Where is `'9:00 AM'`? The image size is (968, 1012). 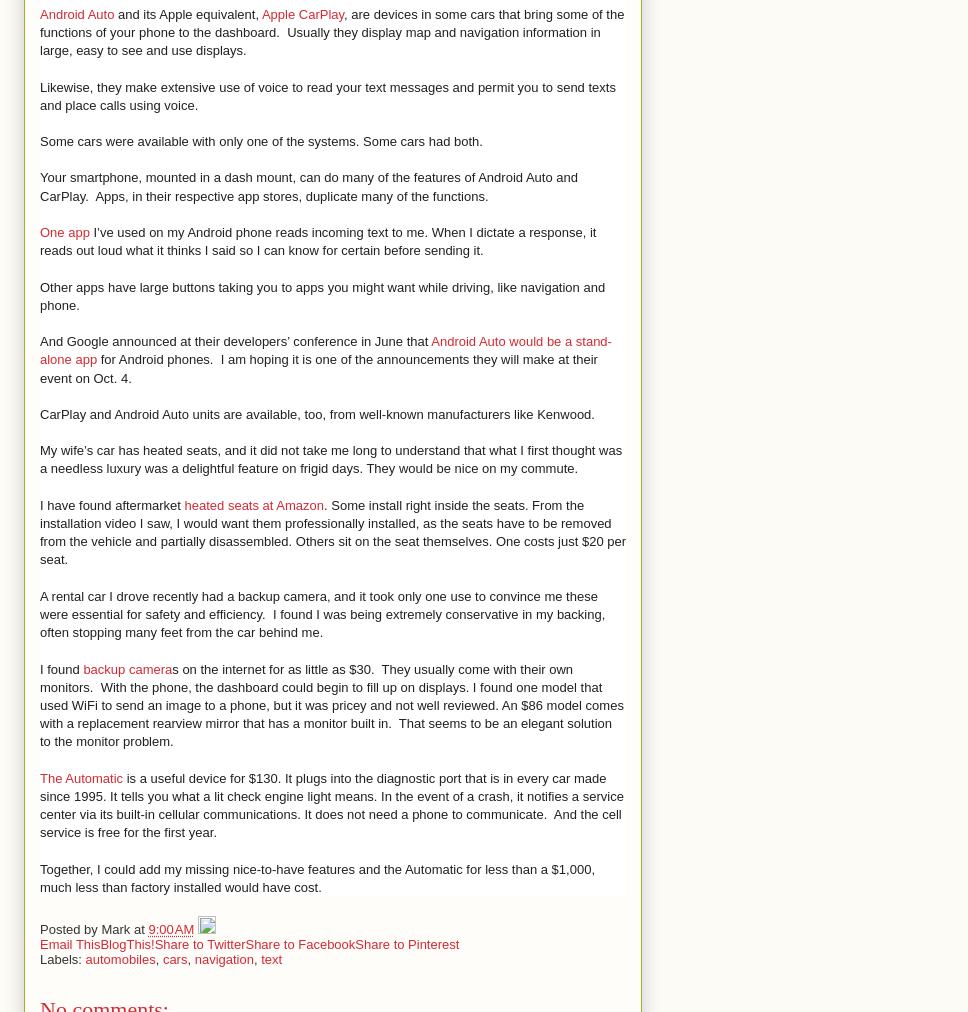
'9:00 AM' is located at coordinates (171, 929).